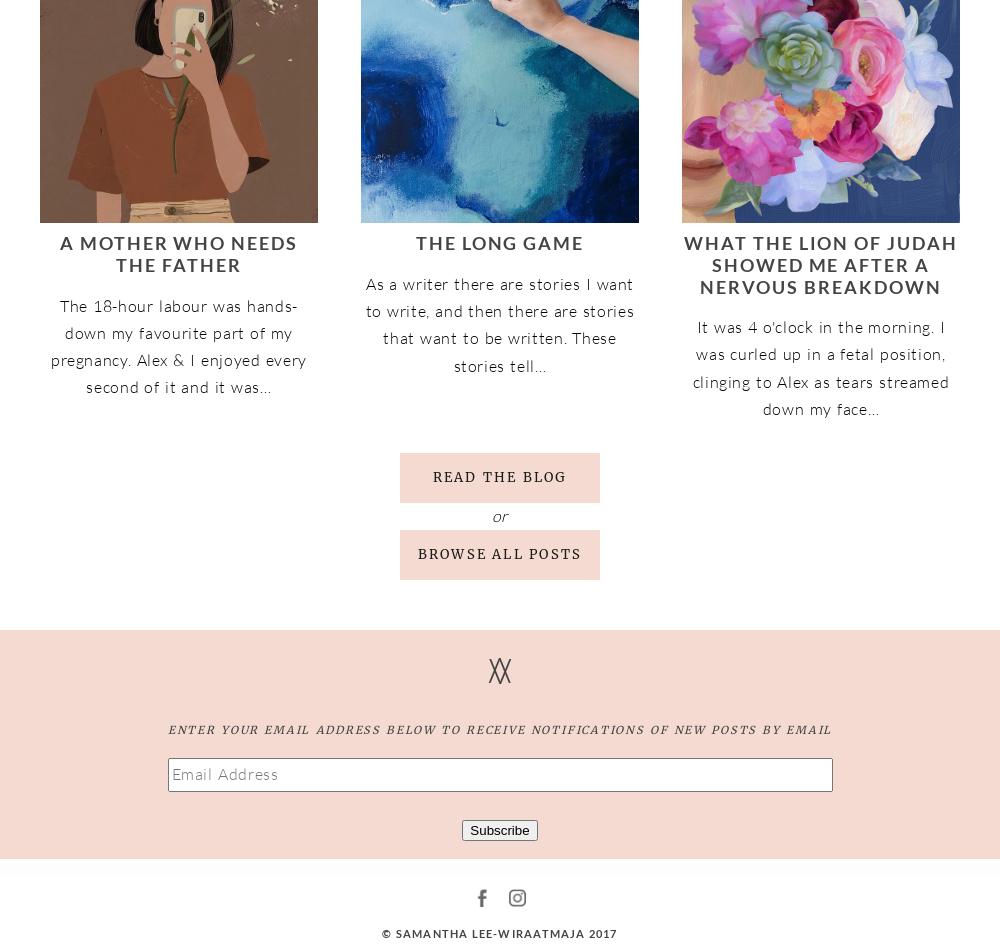  Describe the element at coordinates (498, 553) in the screenshot. I see `'Browse All Posts'` at that location.